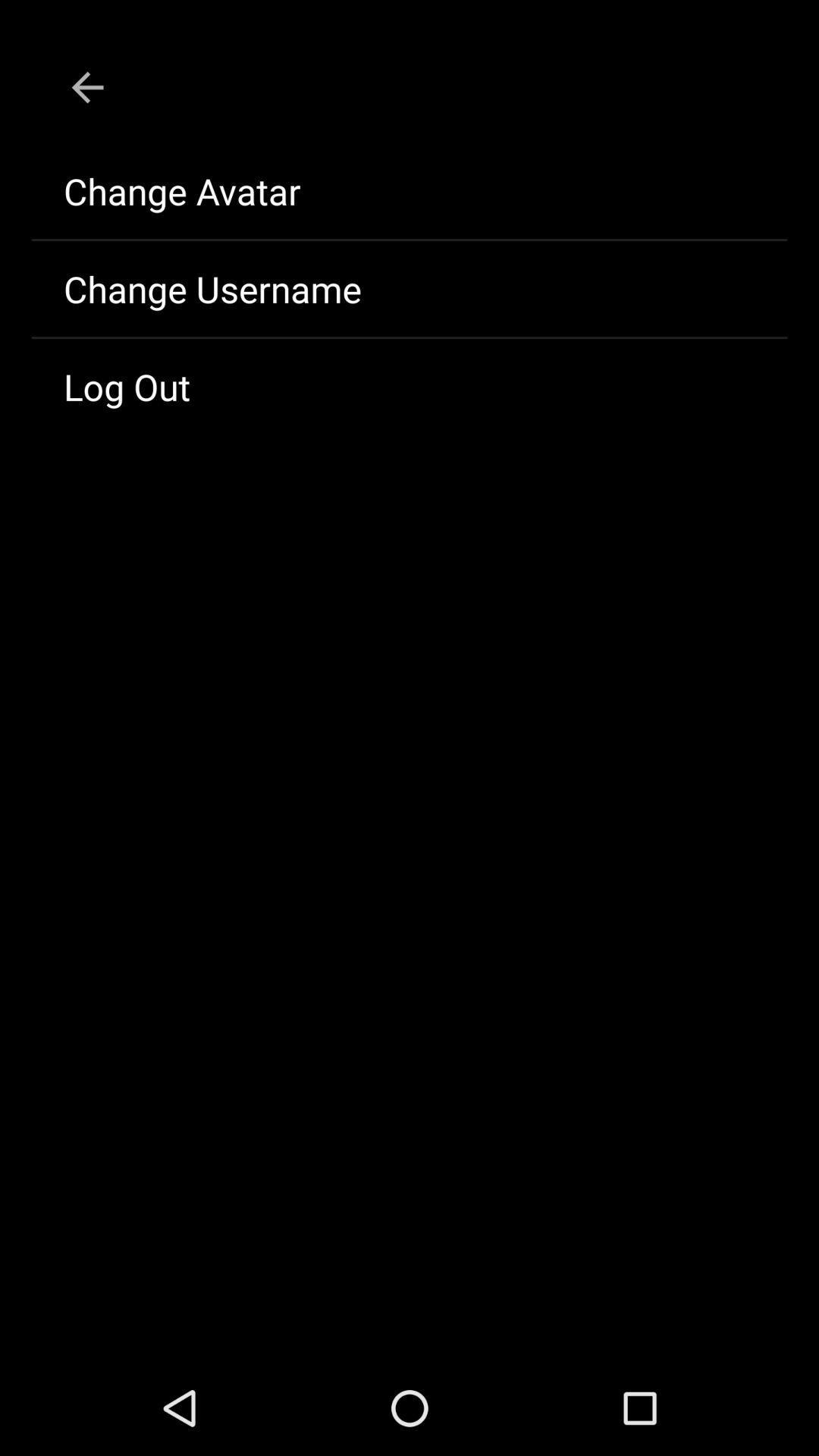 Image resolution: width=819 pixels, height=1456 pixels. Describe the element at coordinates (409, 288) in the screenshot. I see `icon above the log out item` at that location.